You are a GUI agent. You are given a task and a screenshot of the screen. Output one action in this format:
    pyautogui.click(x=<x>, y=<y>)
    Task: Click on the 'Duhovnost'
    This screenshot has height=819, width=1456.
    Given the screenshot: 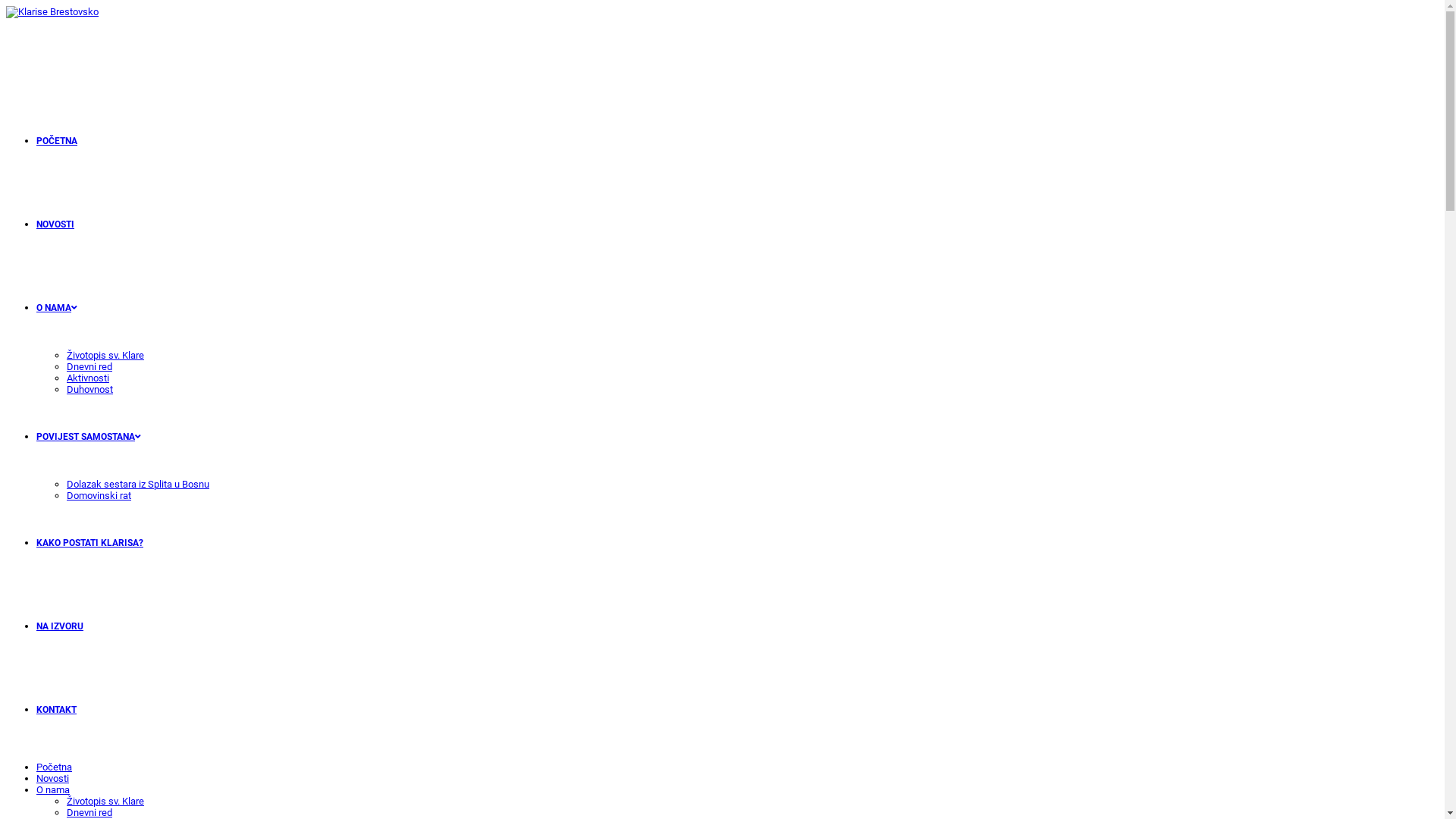 What is the action you would take?
    pyautogui.click(x=89, y=388)
    